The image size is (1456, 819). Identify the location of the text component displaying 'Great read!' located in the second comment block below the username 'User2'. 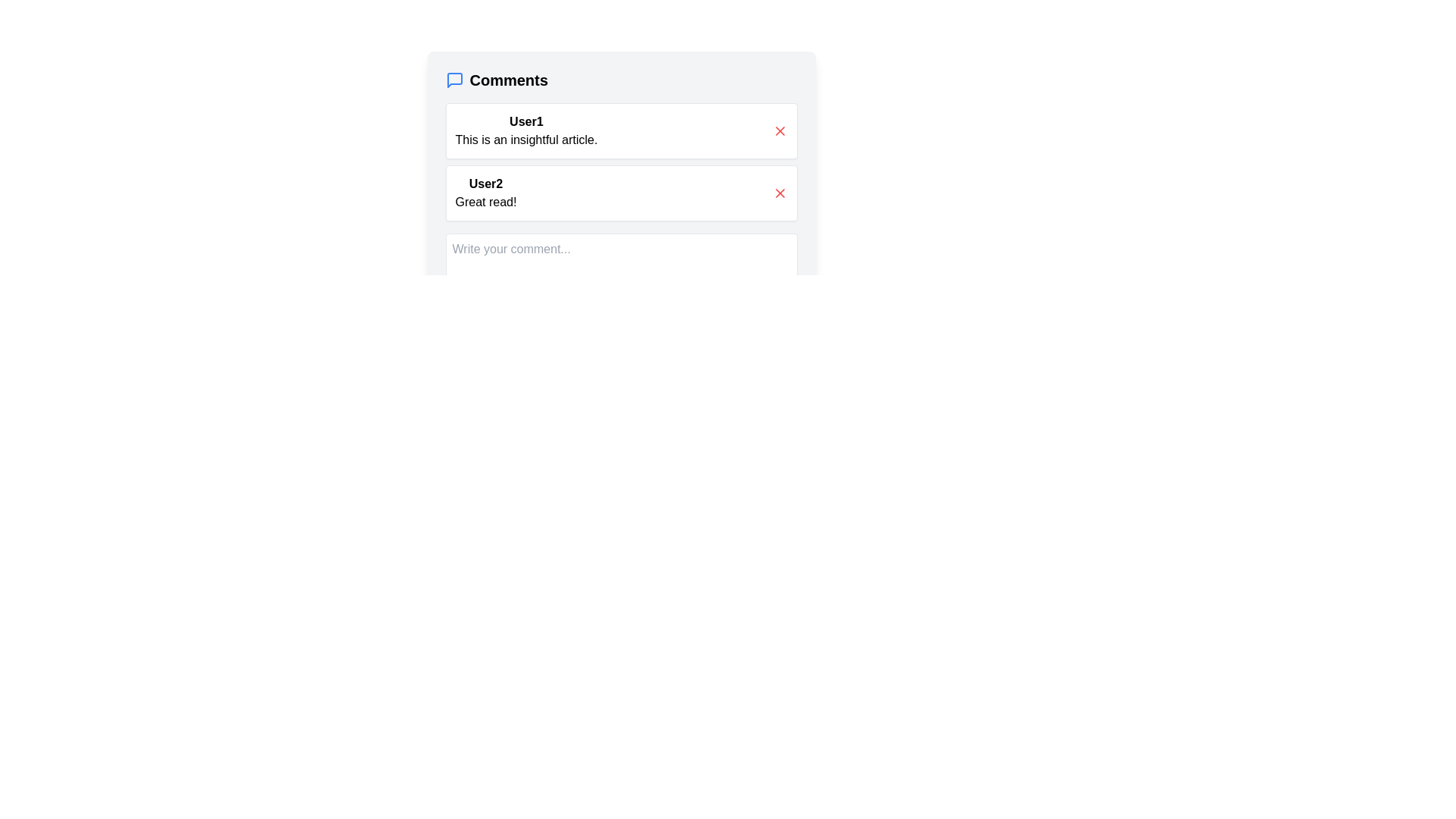
(485, 201).